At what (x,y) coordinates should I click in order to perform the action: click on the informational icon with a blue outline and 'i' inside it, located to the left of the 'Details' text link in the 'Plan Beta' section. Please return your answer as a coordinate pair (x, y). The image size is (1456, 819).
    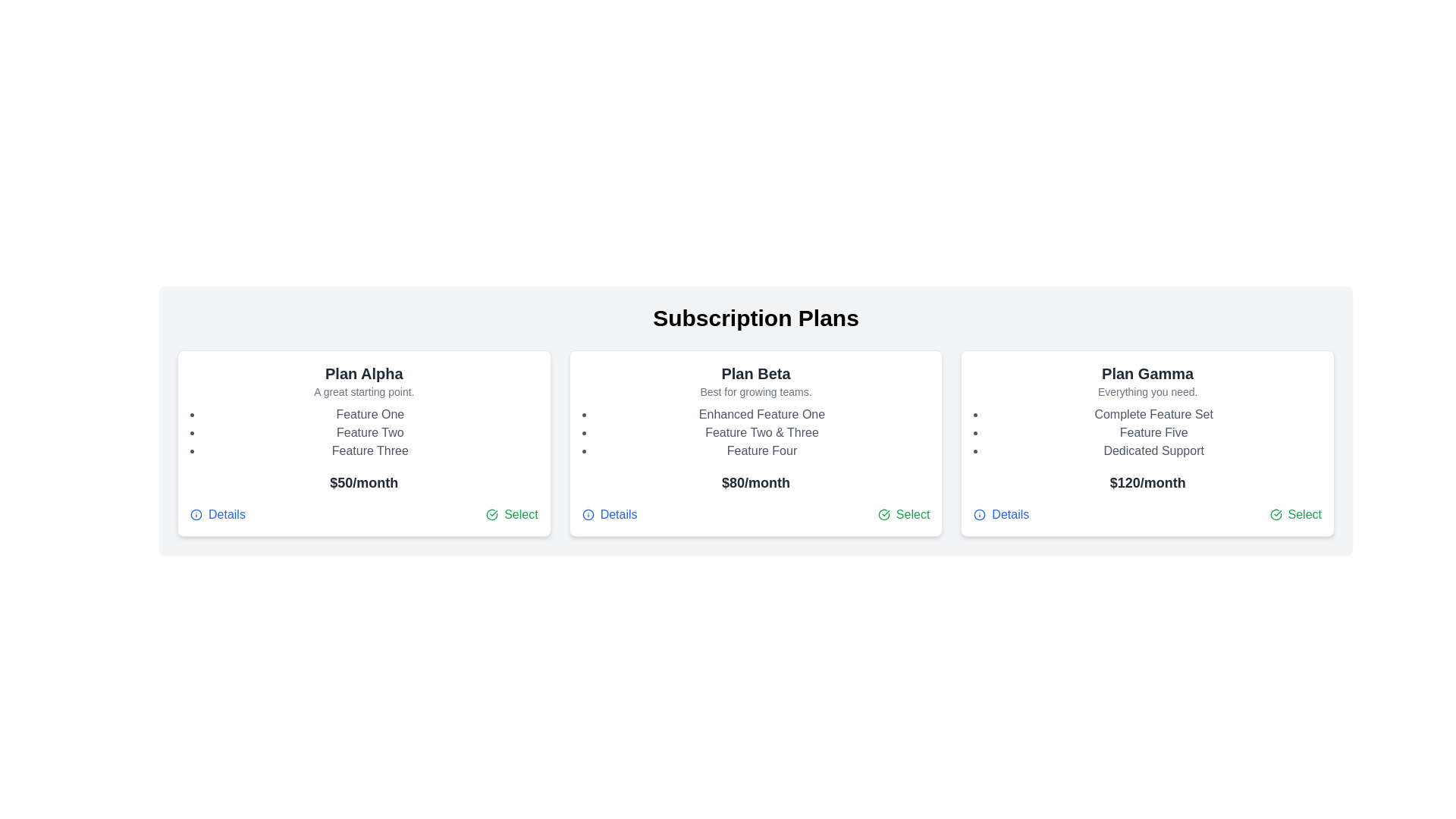
    Looking at the image, I should click on (587, 513).